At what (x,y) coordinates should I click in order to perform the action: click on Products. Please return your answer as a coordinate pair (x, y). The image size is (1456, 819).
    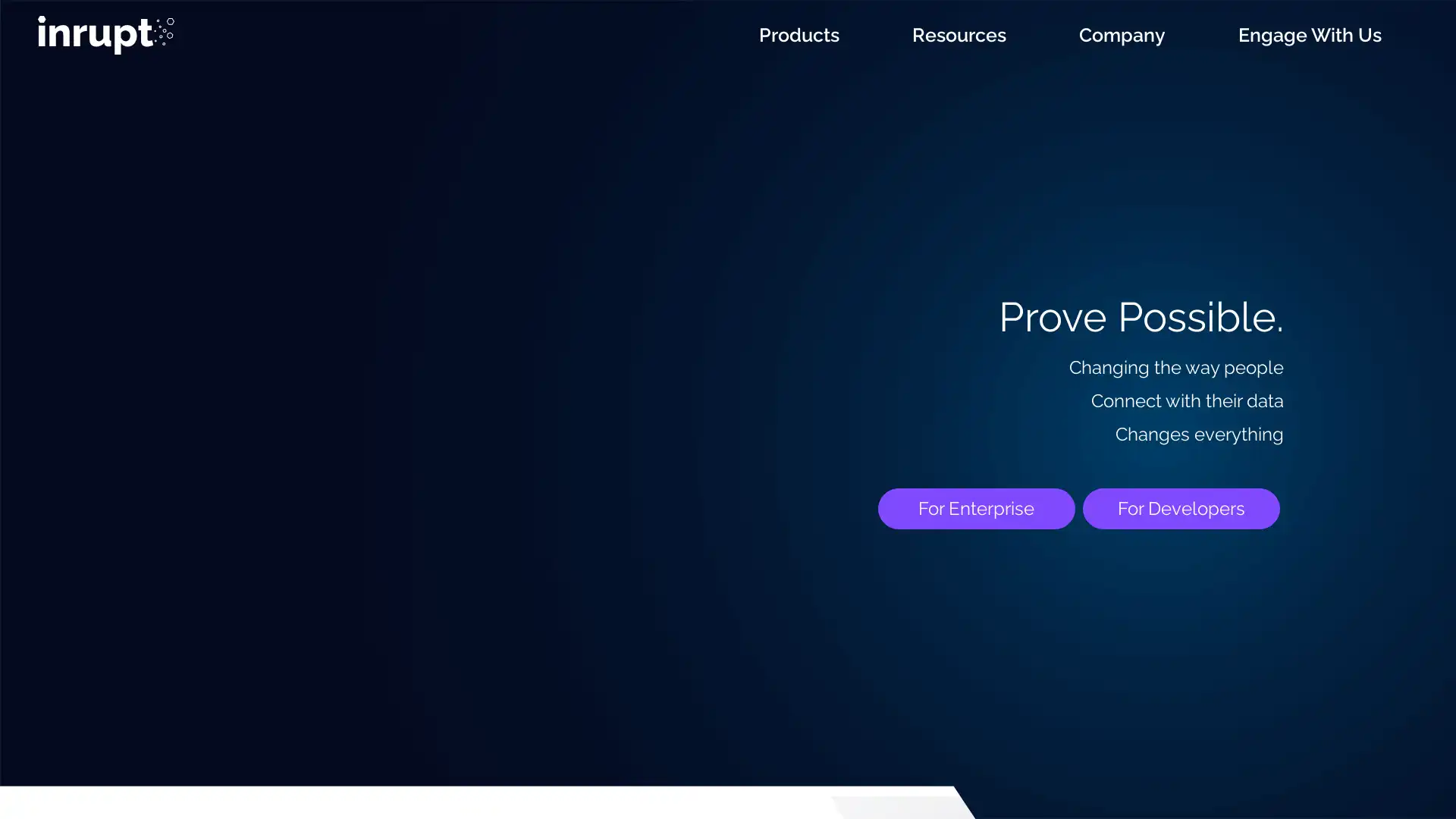
    Looking at the image, I should click on (799, 34).